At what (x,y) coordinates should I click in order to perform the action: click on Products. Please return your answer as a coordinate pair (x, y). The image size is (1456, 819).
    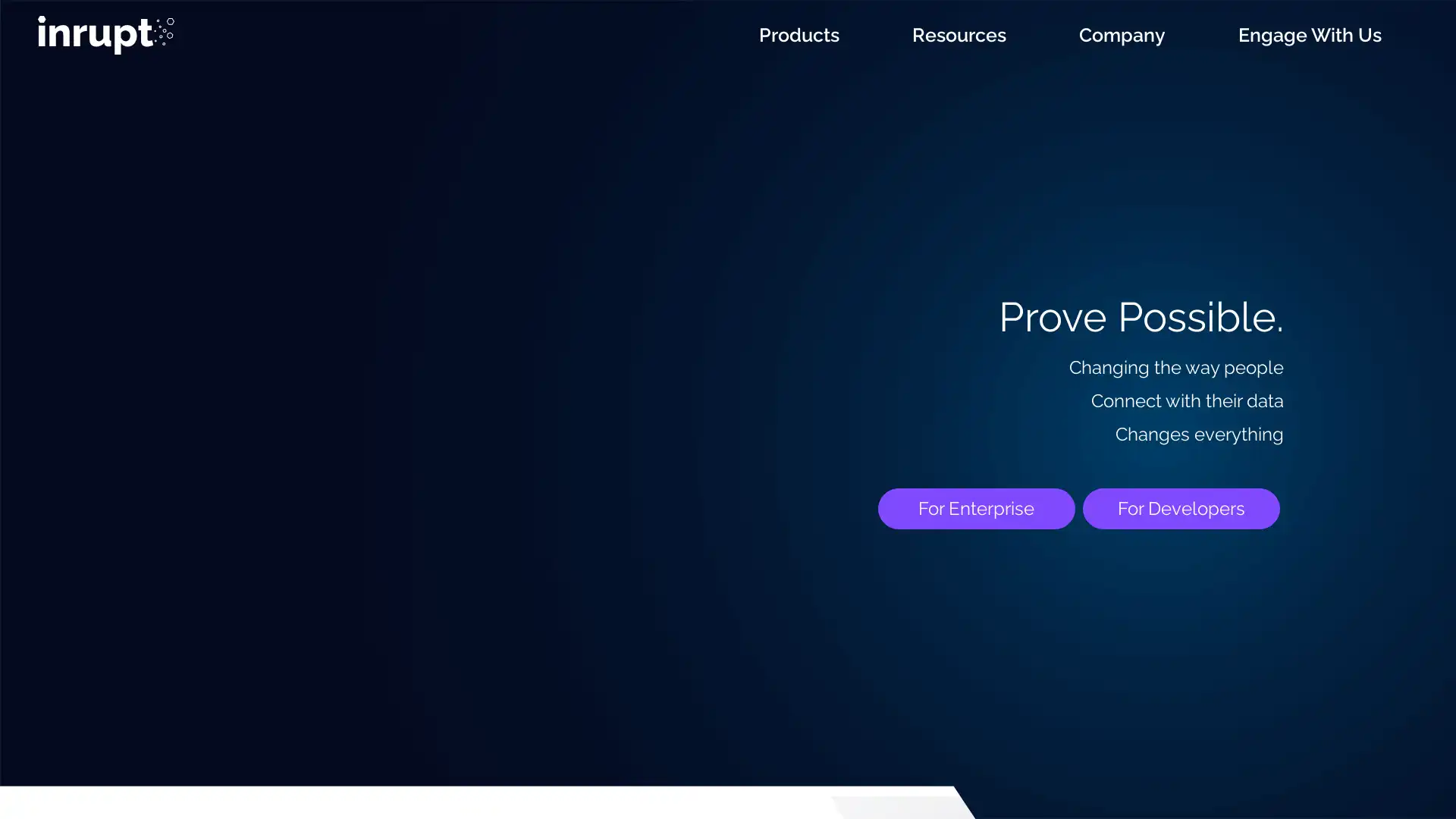
    Looking at the image, I should click on (799, 34).